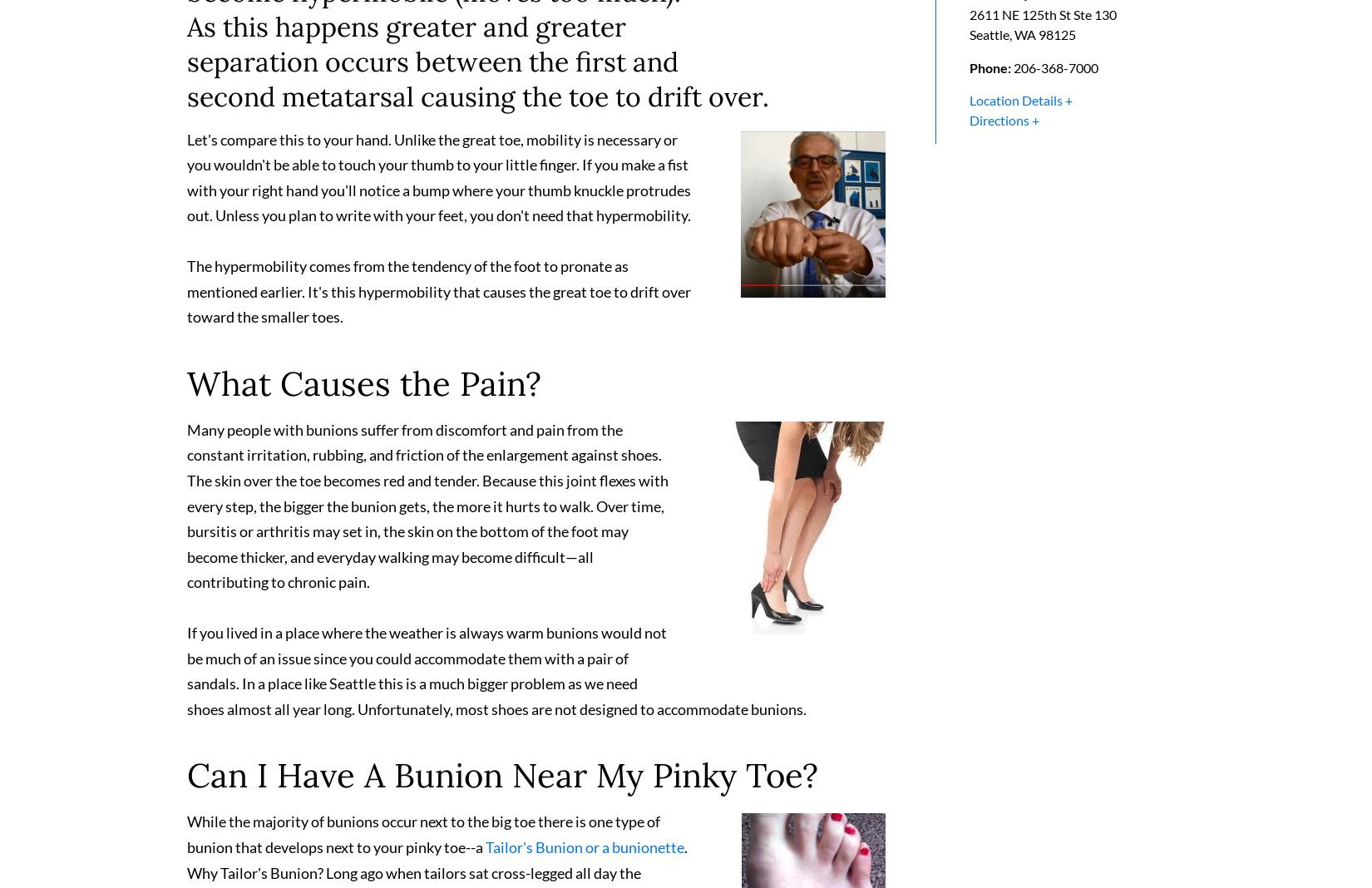 The image size is (1372, 888). What do you see at coordinates (427, 511) in the screenshot?
I see `'Many people with bunions suffer from discomfort and pain from the constant irritation, rubbing, and friction of the enlargement against shoes. The skin over the toe becomes red and tender. Because this joint flexes with every step, the bigger the bunion gets, the more it hurts to walk. Over time, bursitis or arthritis may set in, the skin on the bottom of the foot may become thicker, and everyday walking may become difficult—all contributing to chronic pain.'` at bounding box center [427, 511].